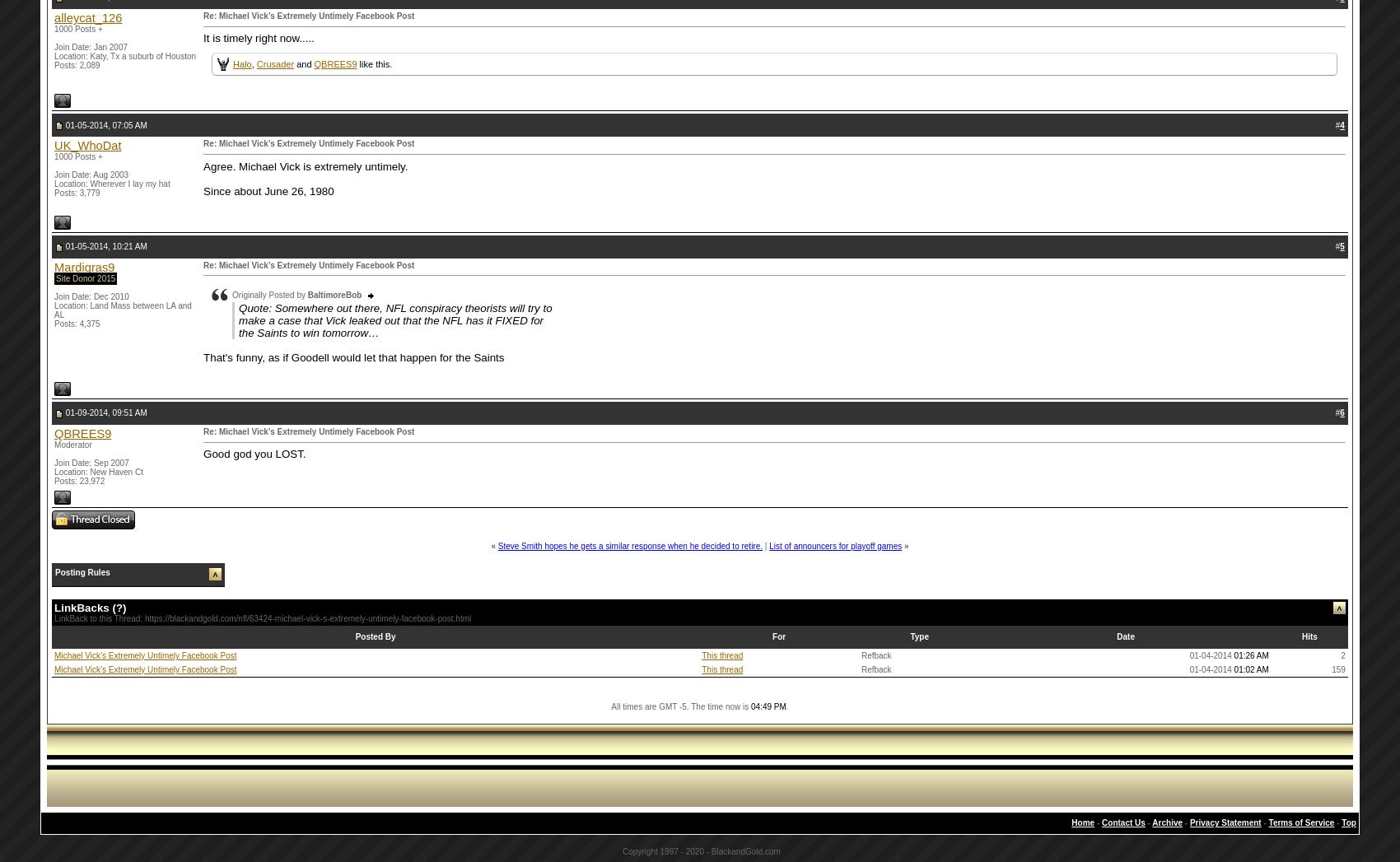 This screenshot has width=1400, height=862. Describe the element at coordinates (79, 479) in the screenshot. I see `'Posts: 23,972'` at that location.